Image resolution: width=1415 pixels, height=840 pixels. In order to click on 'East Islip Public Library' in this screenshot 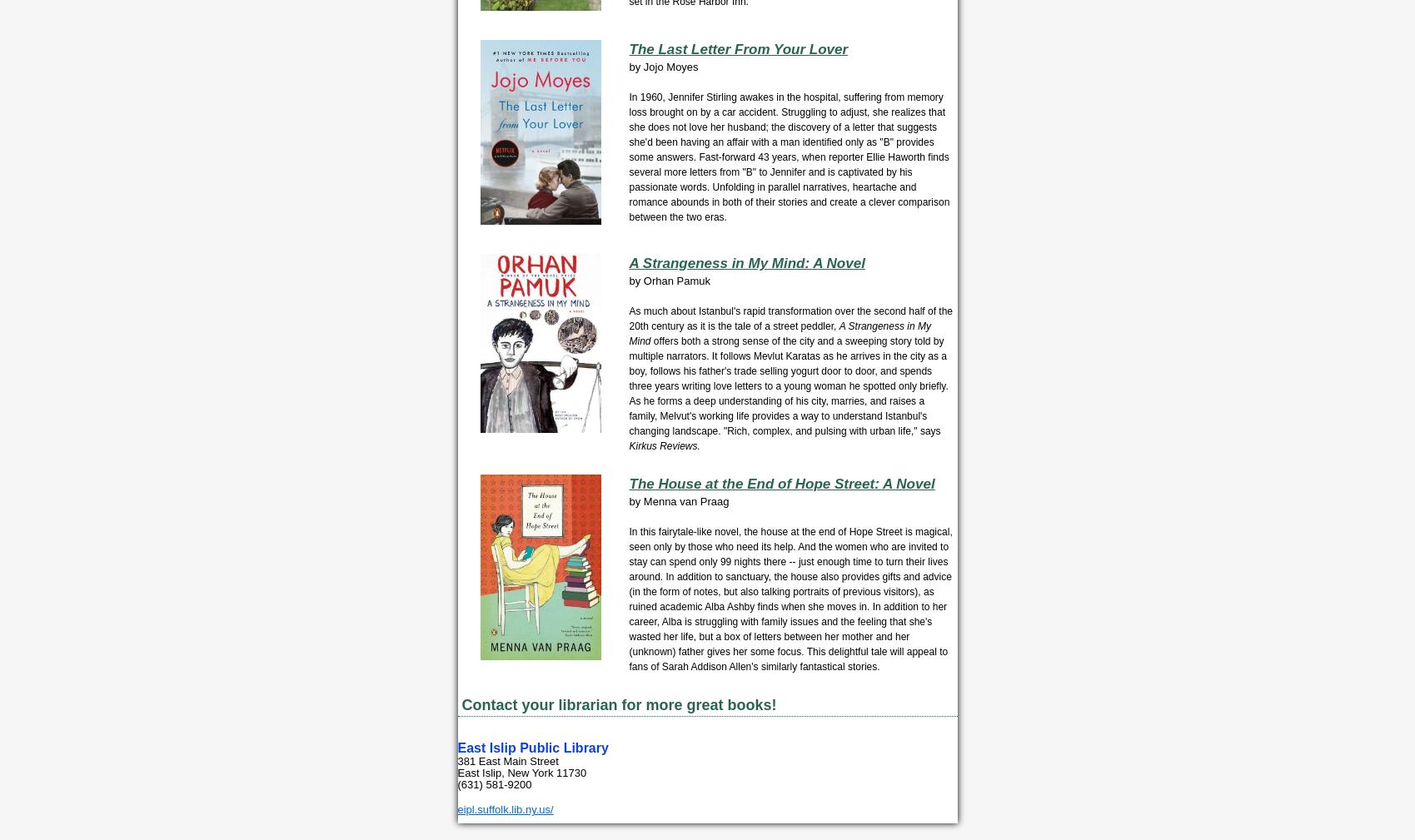, I will do `click(532, 748)`.